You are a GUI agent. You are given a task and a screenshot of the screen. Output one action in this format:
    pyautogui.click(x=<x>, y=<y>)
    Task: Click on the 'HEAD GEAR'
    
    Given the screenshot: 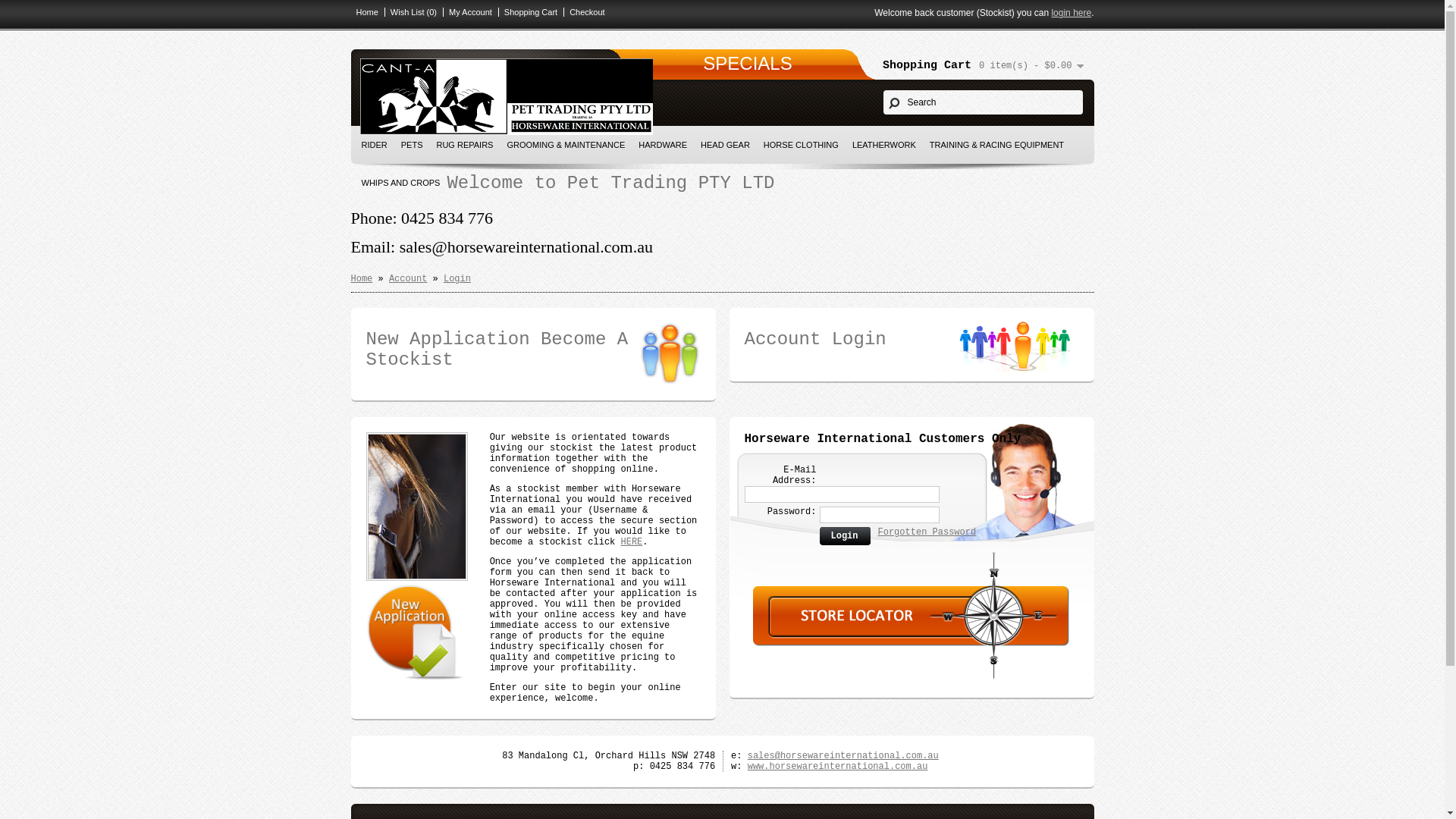 What is the action you would take?
    pyautogui.click(x=724, y=145)
    